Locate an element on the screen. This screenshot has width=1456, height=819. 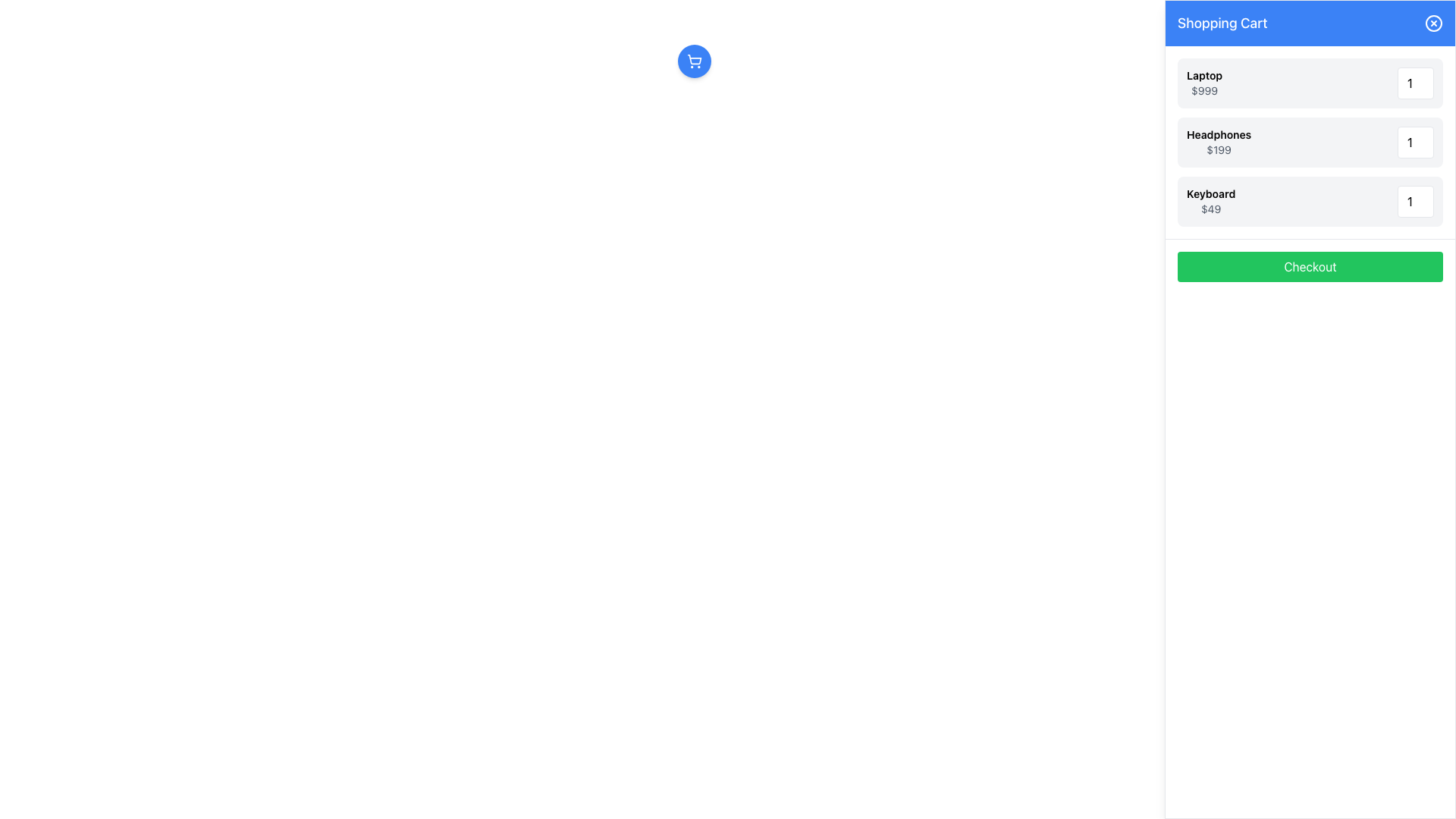
the 'Headphones' text label displaying the price '$199' in the shopping cart interface, which is located under the 'Laptop' item and above the 'Keyboard' item is located at coordinates (1219, 143).